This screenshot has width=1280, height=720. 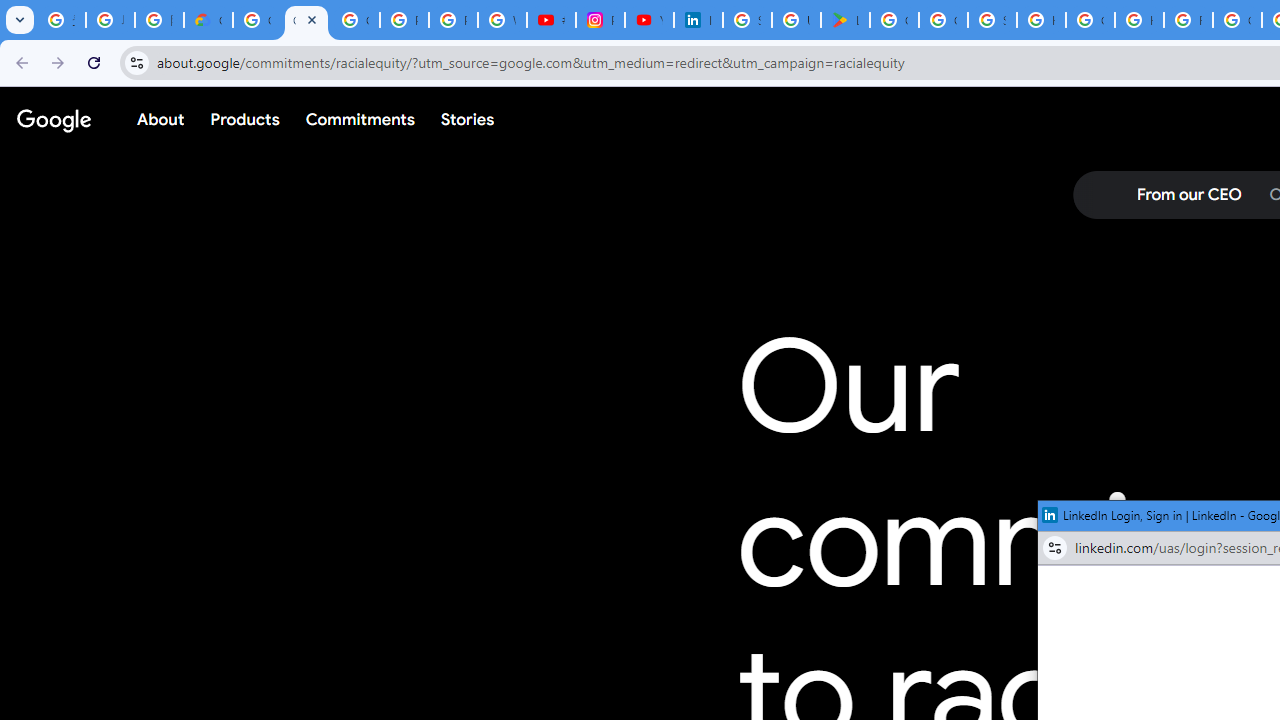 What do you see at coordinates (244, 119) in the screenshot?
I see `'Products'` at bounding box center [244, 119].